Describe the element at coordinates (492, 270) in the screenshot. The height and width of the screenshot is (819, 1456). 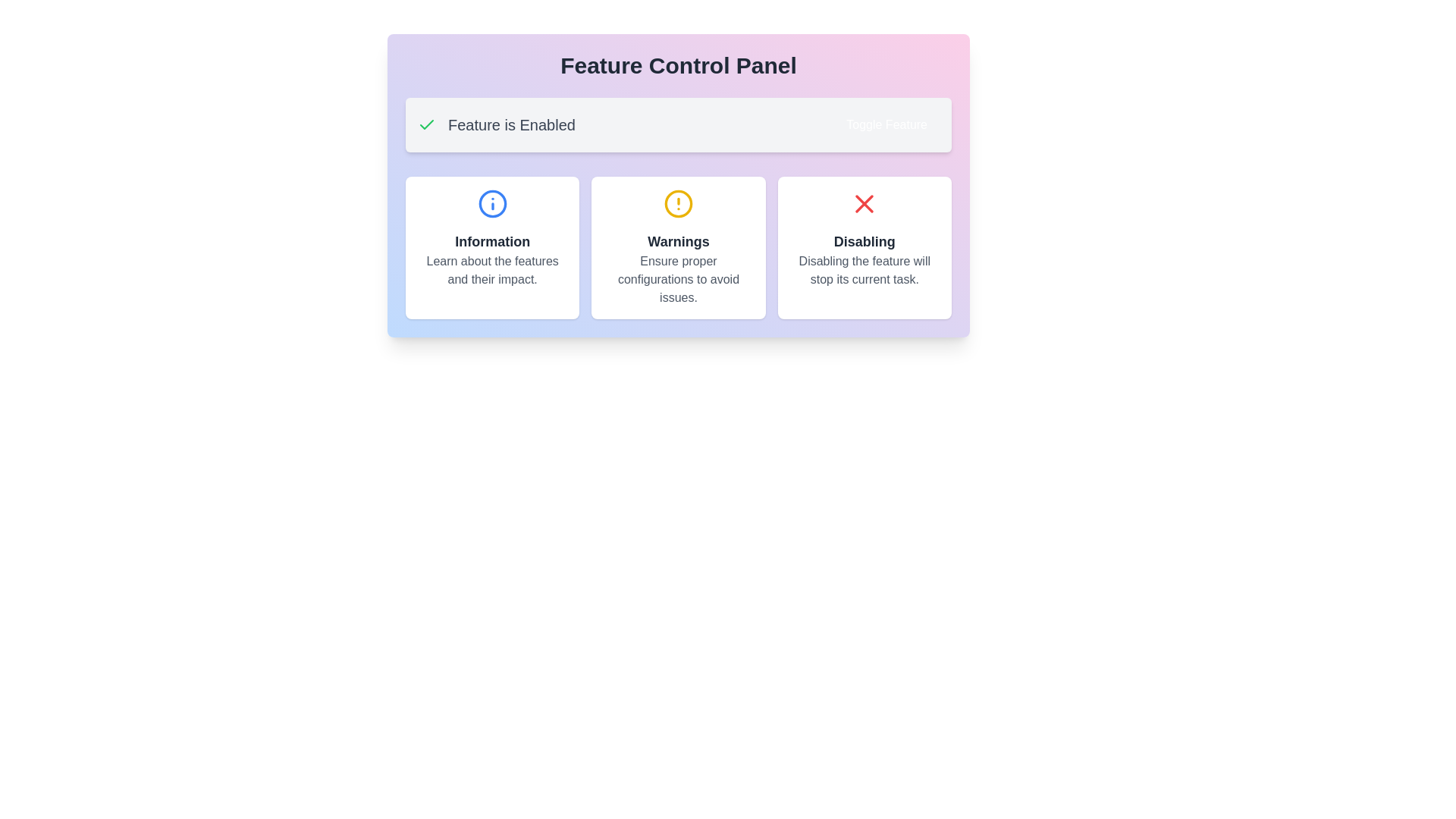
I see `the text label displaying 'Learn about the features and their impact.' located at the bottom of the 'Information' section of the Feature Control Panel interface` at that location.